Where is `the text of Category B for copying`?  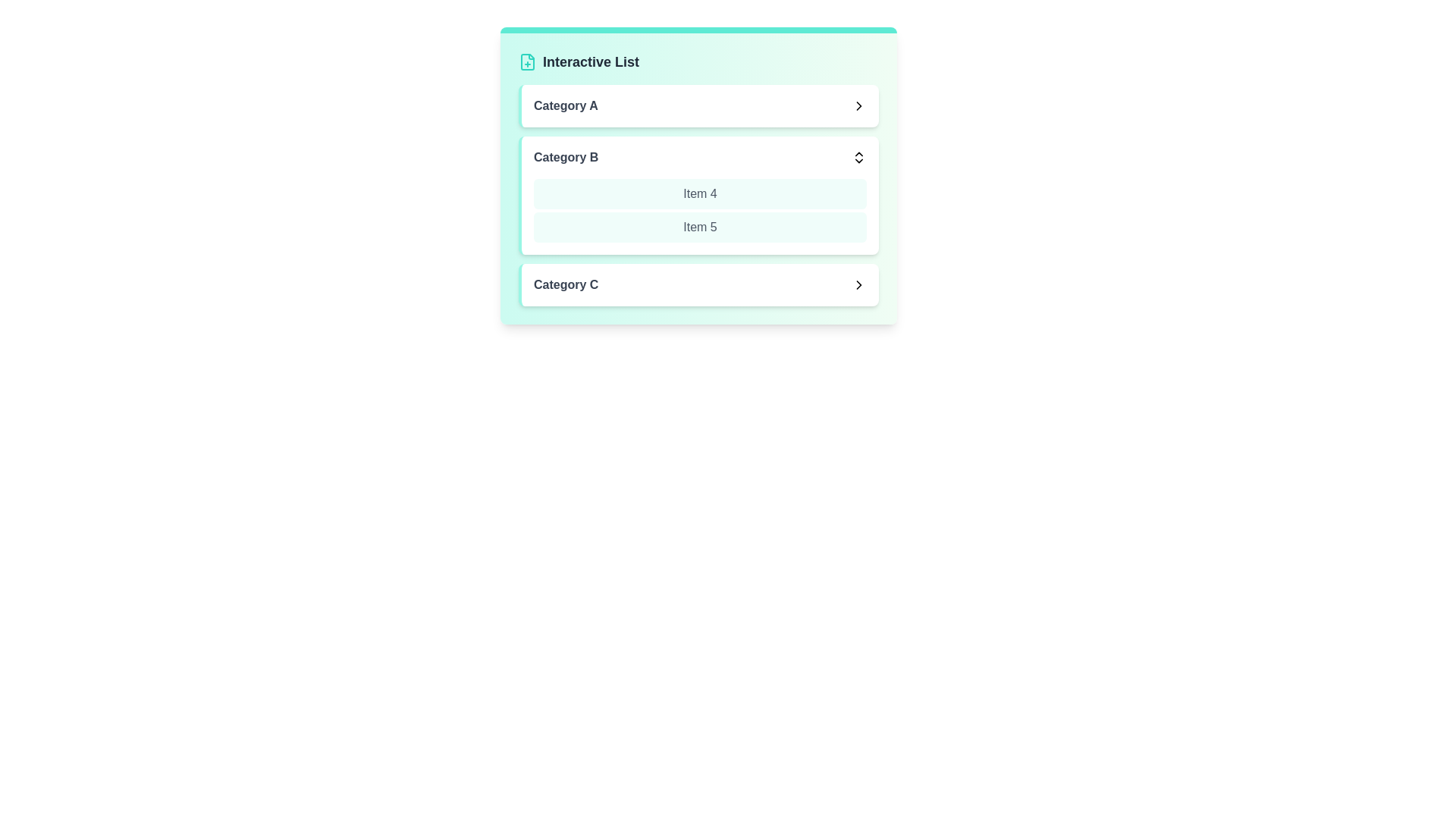 the text of Category B for copying is located at coordinates (565, 158).